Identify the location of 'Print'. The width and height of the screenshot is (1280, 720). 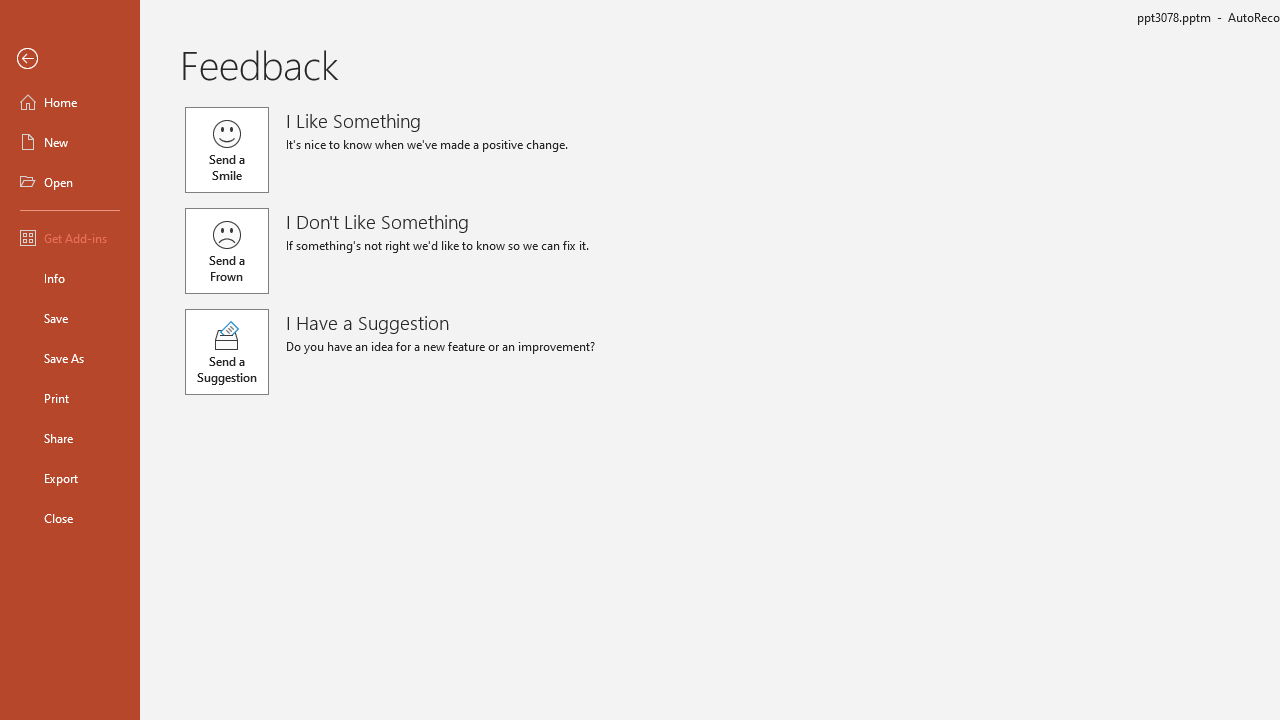
(69, 398).